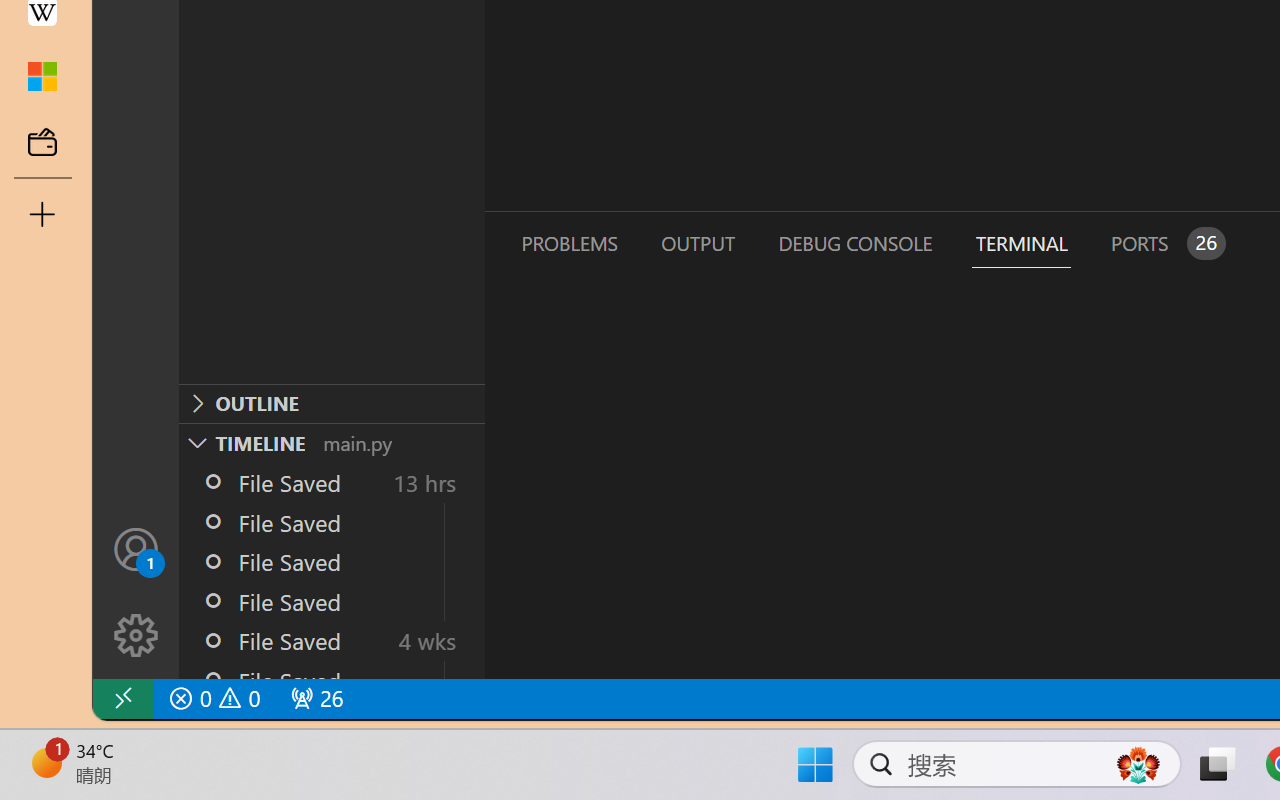  What do you see at coordinates (1021, 242) in the screenshot?
I see `'Terminal (Ctrl+`)'` at bounding box center [1021, 242].